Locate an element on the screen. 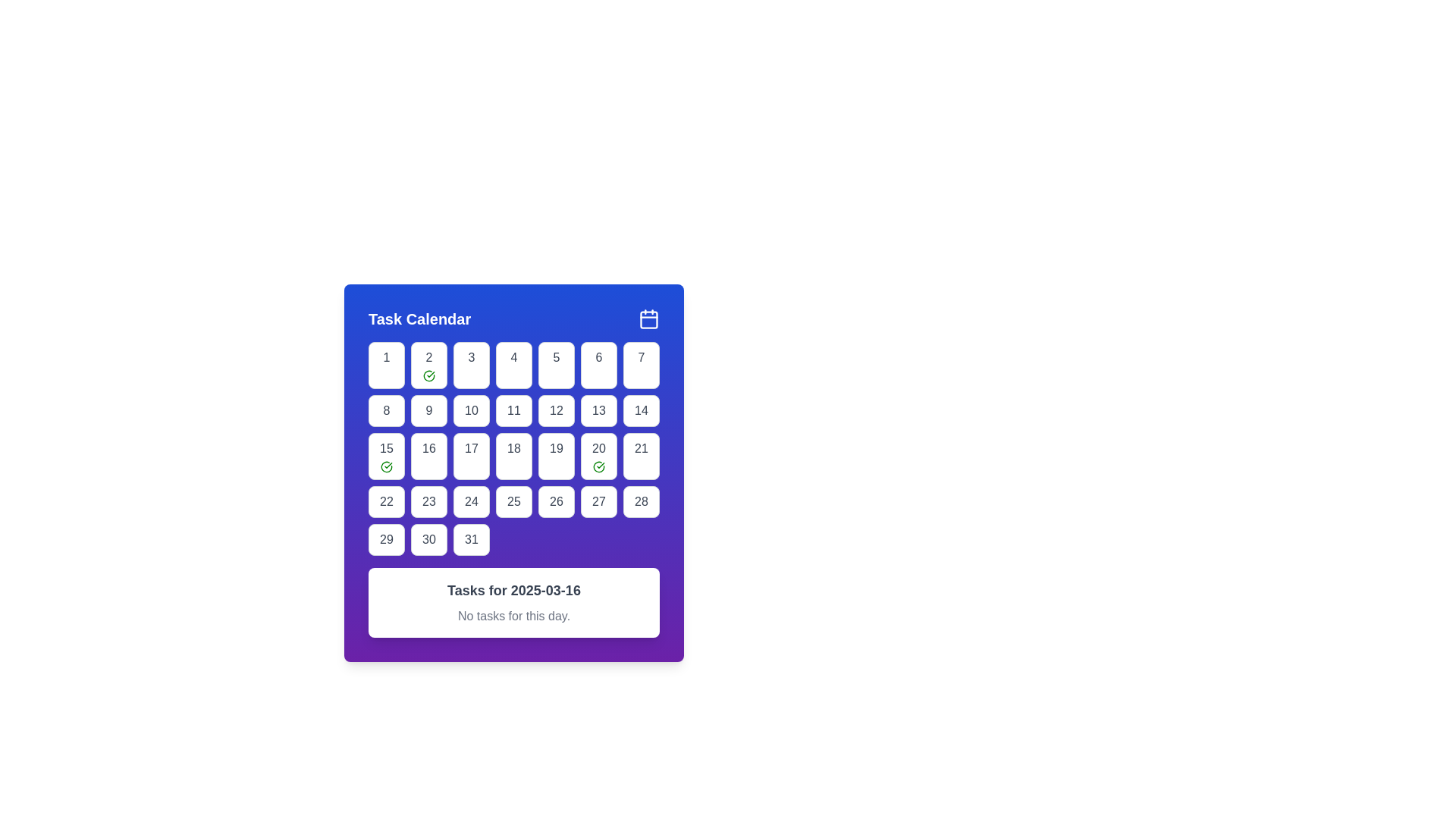 Image resolution: width=1456 pixels, height=819 pixels. the numeral '7' in the calendar interface, which is styled with a medium-weight font in gray and is located inside a square white button with rounded corners is located at coordinates (641, 357).